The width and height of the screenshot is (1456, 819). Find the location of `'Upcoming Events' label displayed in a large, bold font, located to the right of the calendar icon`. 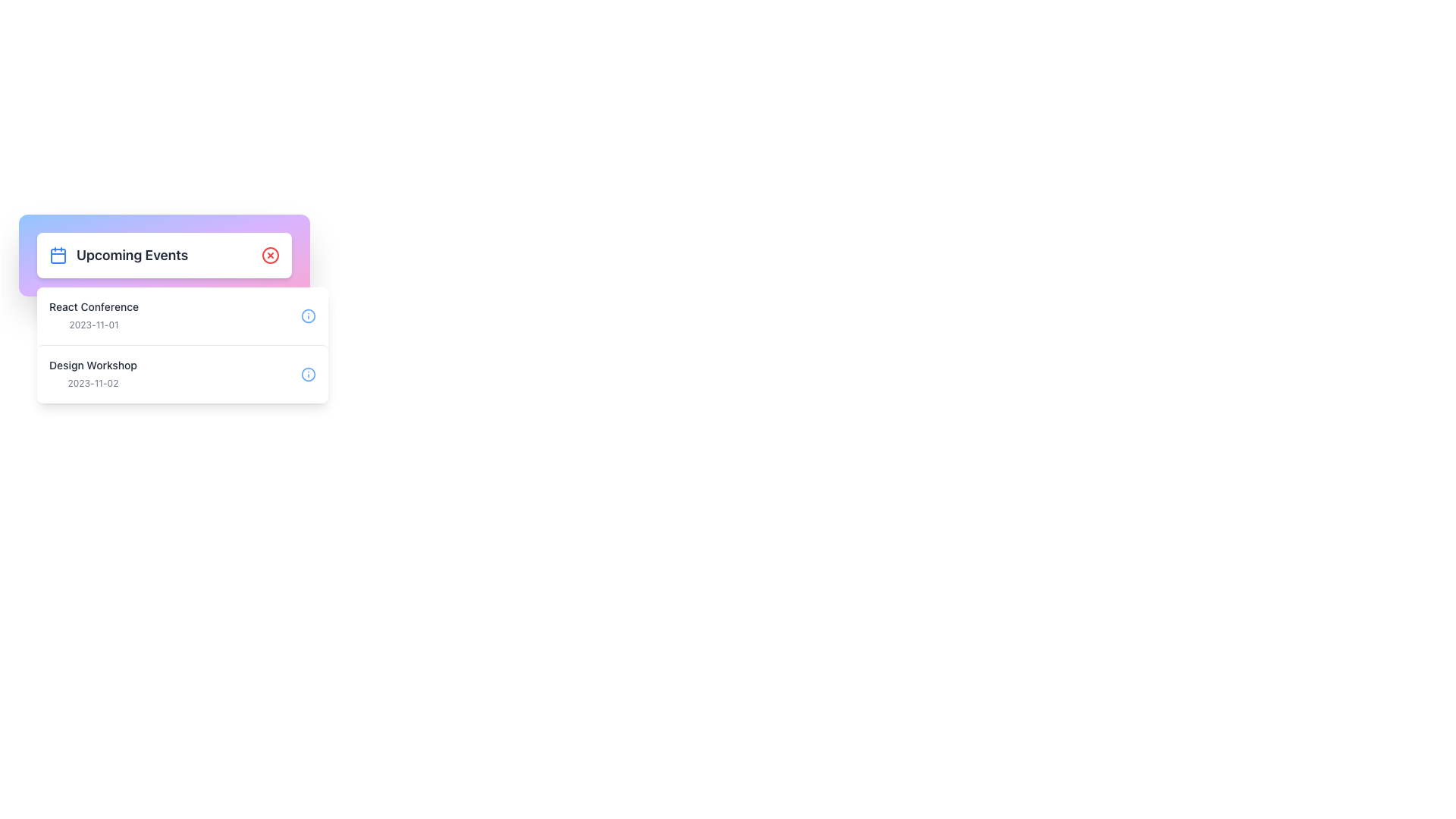

'Upcoming Events' label displayed in a large, bold font, located to the right of the calendar icon is located at coordinates (132, 254).